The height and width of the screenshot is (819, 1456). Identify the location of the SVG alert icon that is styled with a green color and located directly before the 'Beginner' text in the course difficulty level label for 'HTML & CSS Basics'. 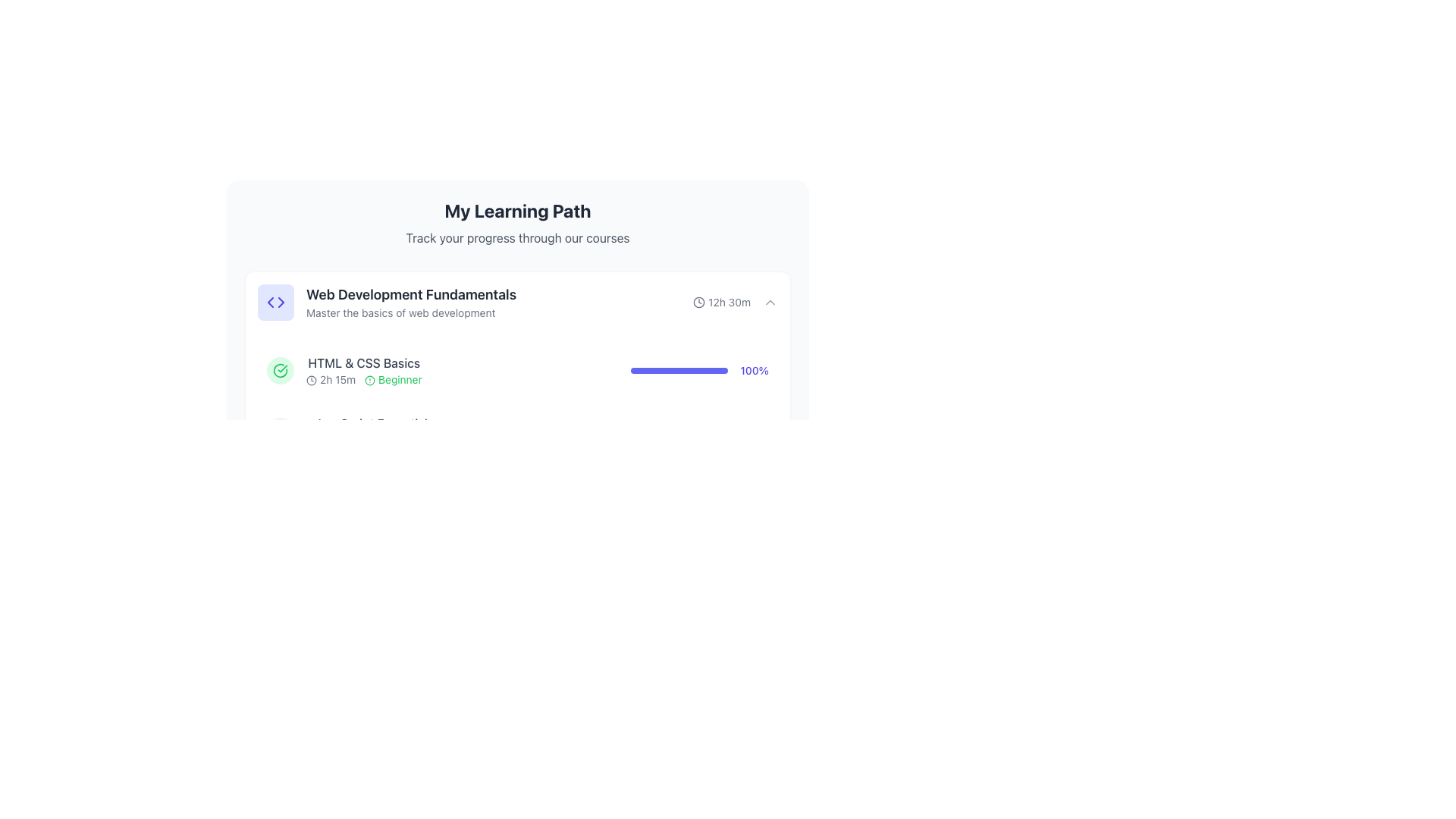
(370, 380).